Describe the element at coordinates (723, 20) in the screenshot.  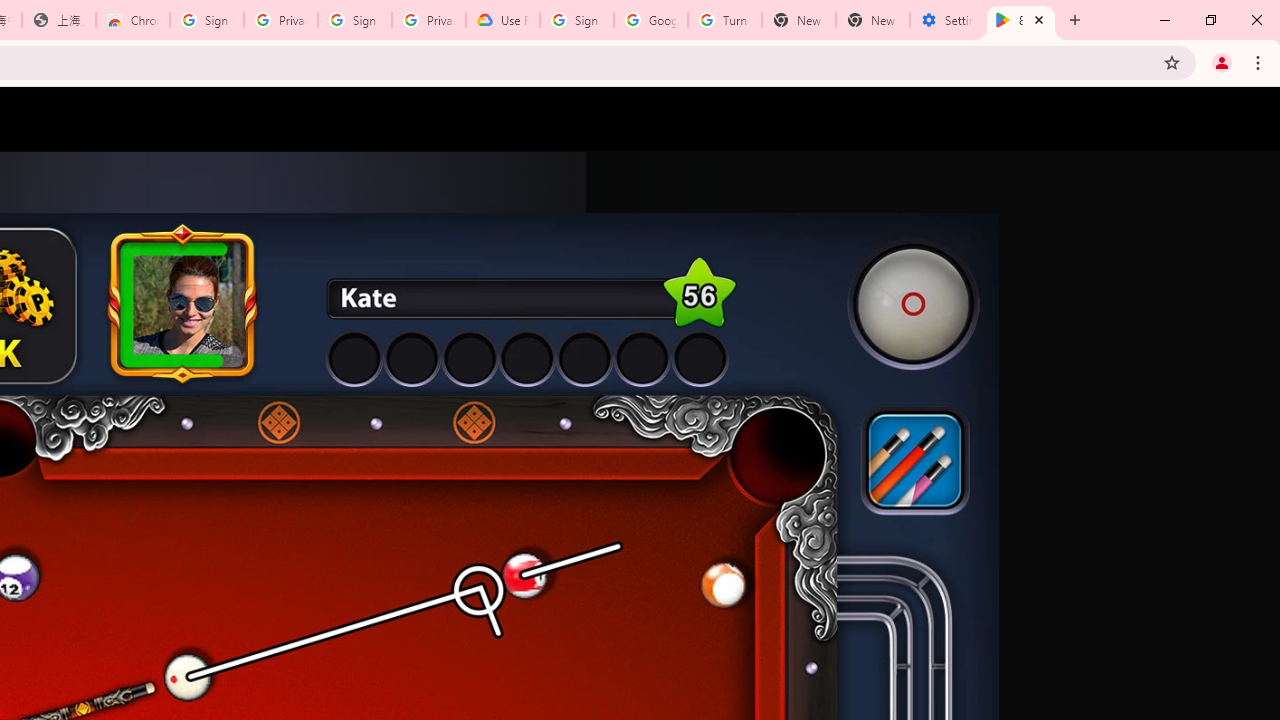
I see `'Turn cookies on or off - Computer - Google Account Help'` at that location.